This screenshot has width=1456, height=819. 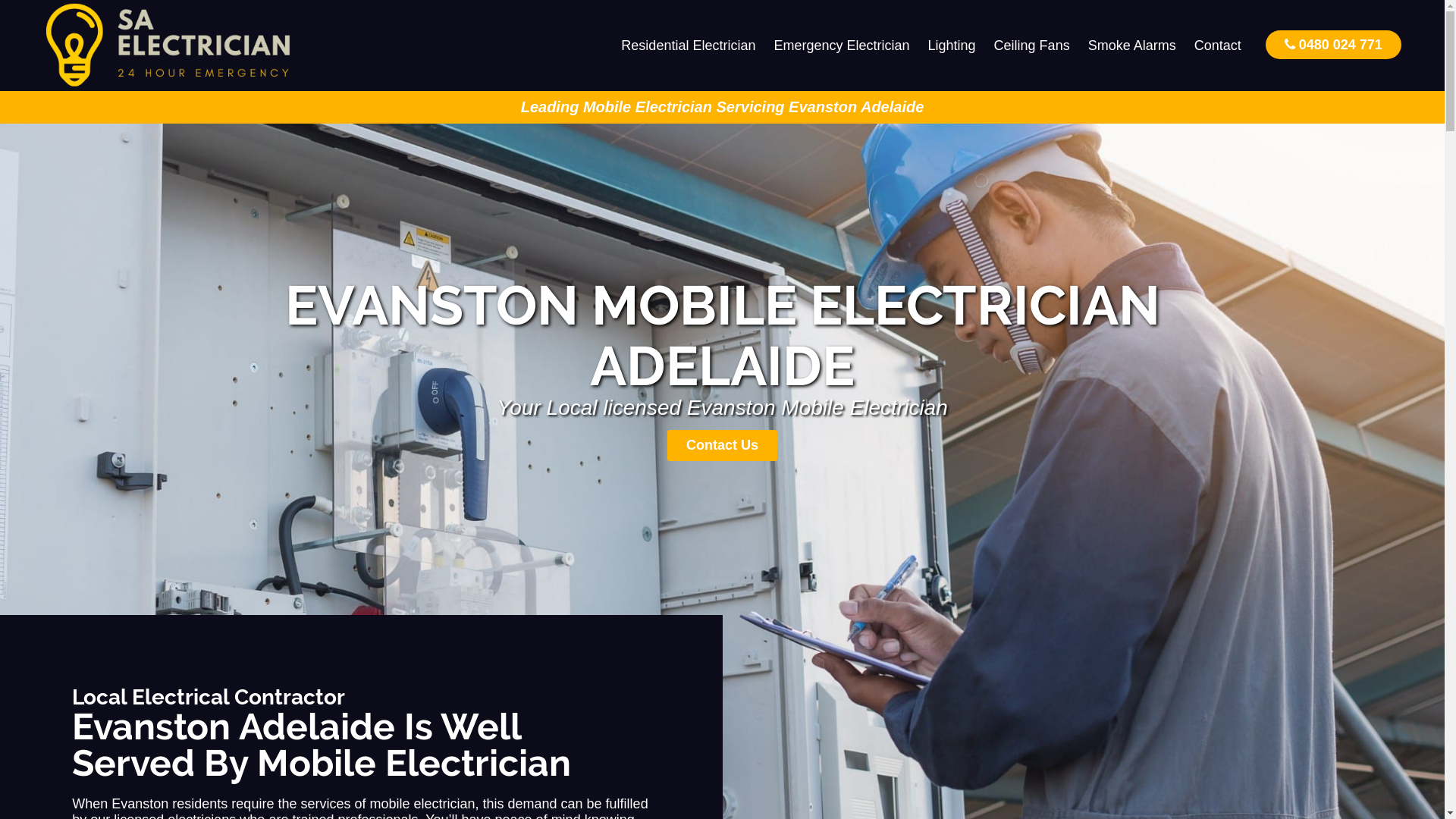 I want to click on 'Emergency Electrician', so click(x=840, y=45).